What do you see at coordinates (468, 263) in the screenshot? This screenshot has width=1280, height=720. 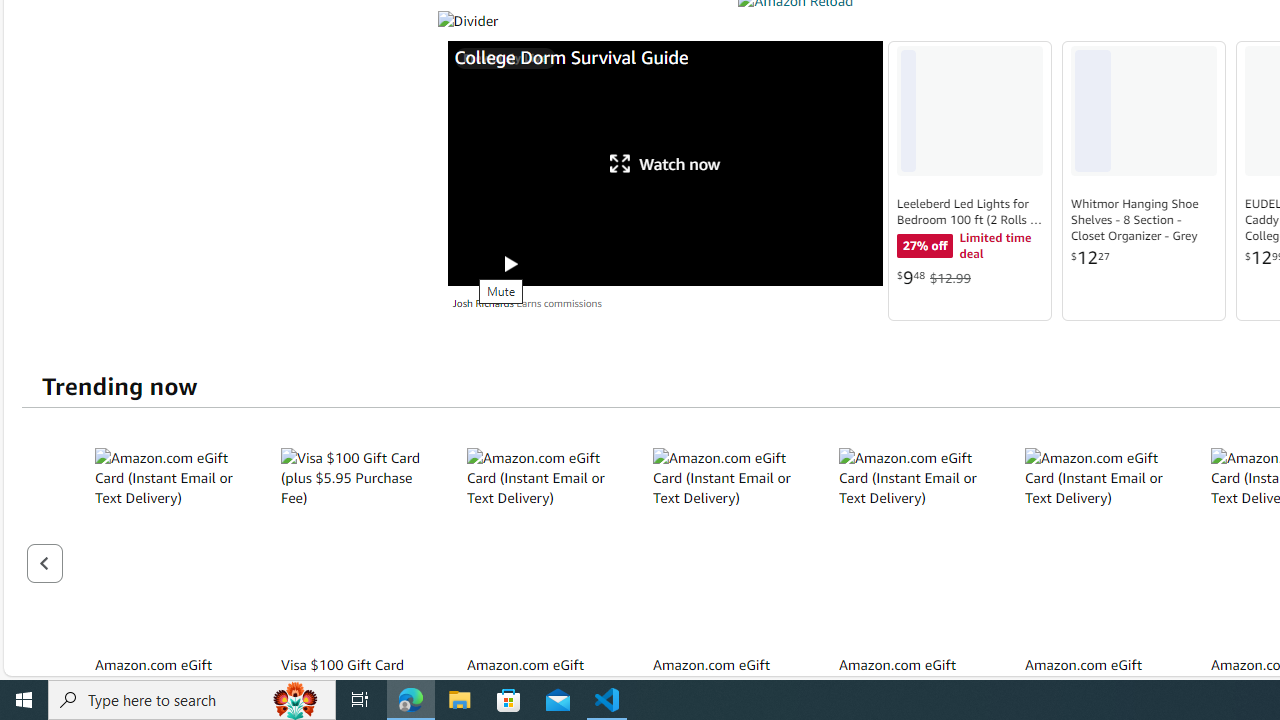 I see `'Mute'` at bounding box center [468, 263].